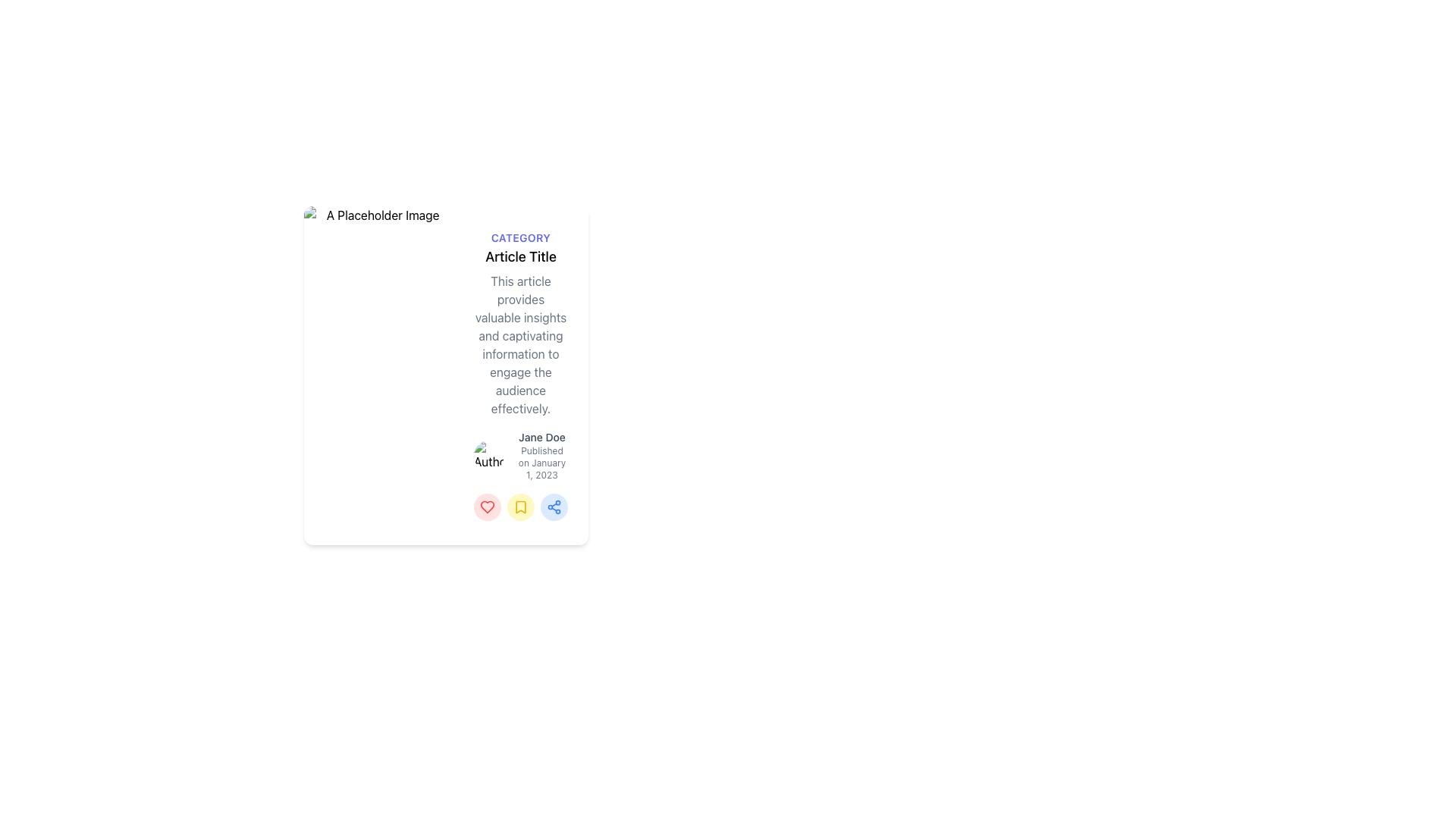  What do you see at coordinates (520, 237) in the screenshot?
I see `the Text Label that serves as a decorative label or category tag for the associated content, positioned above the title 'Article Title' in the structured card` at bounding box center [520, 237].